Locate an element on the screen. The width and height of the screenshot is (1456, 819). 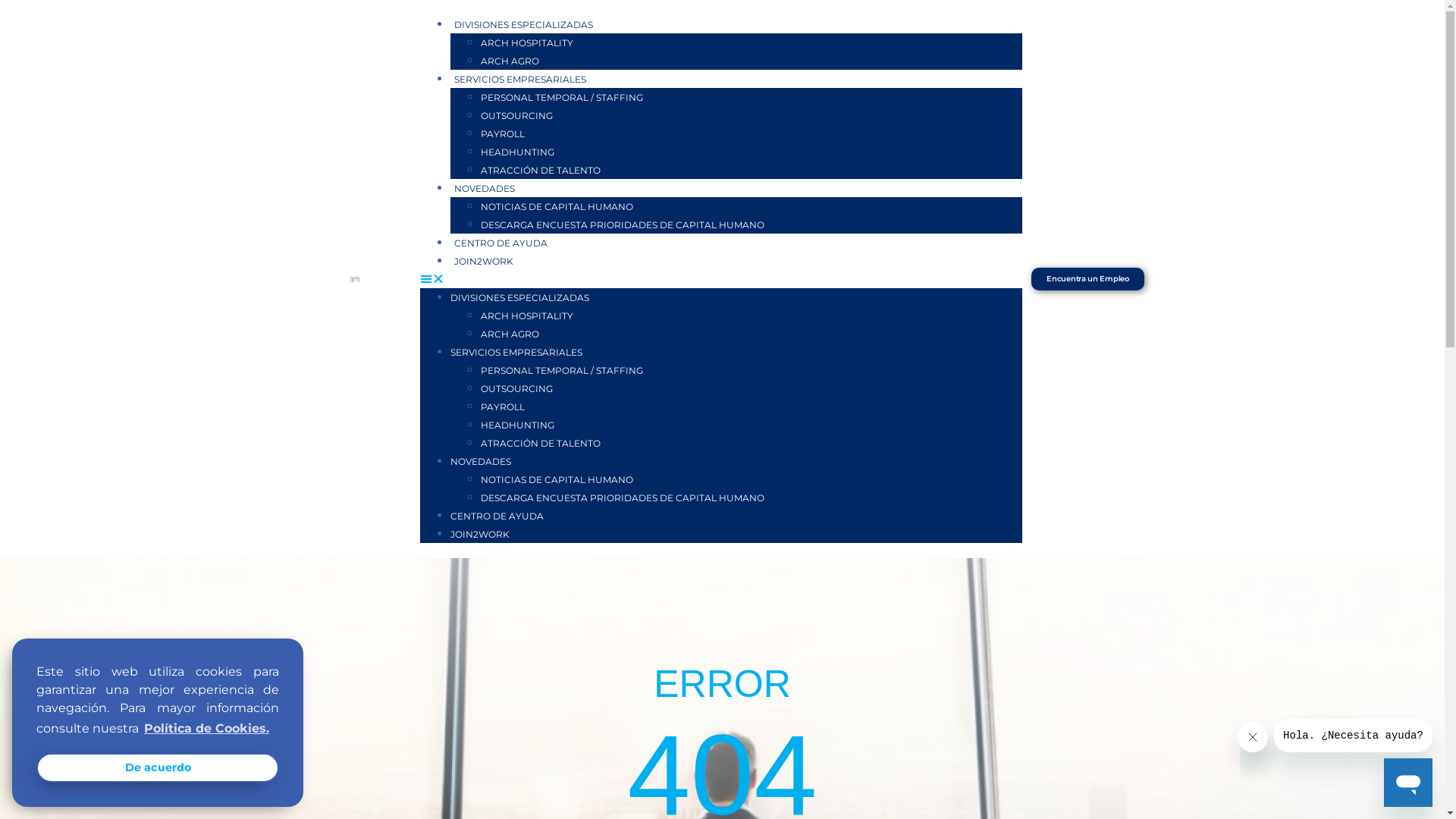
'ARCH AGRO' is located at coordinates (479, 333).